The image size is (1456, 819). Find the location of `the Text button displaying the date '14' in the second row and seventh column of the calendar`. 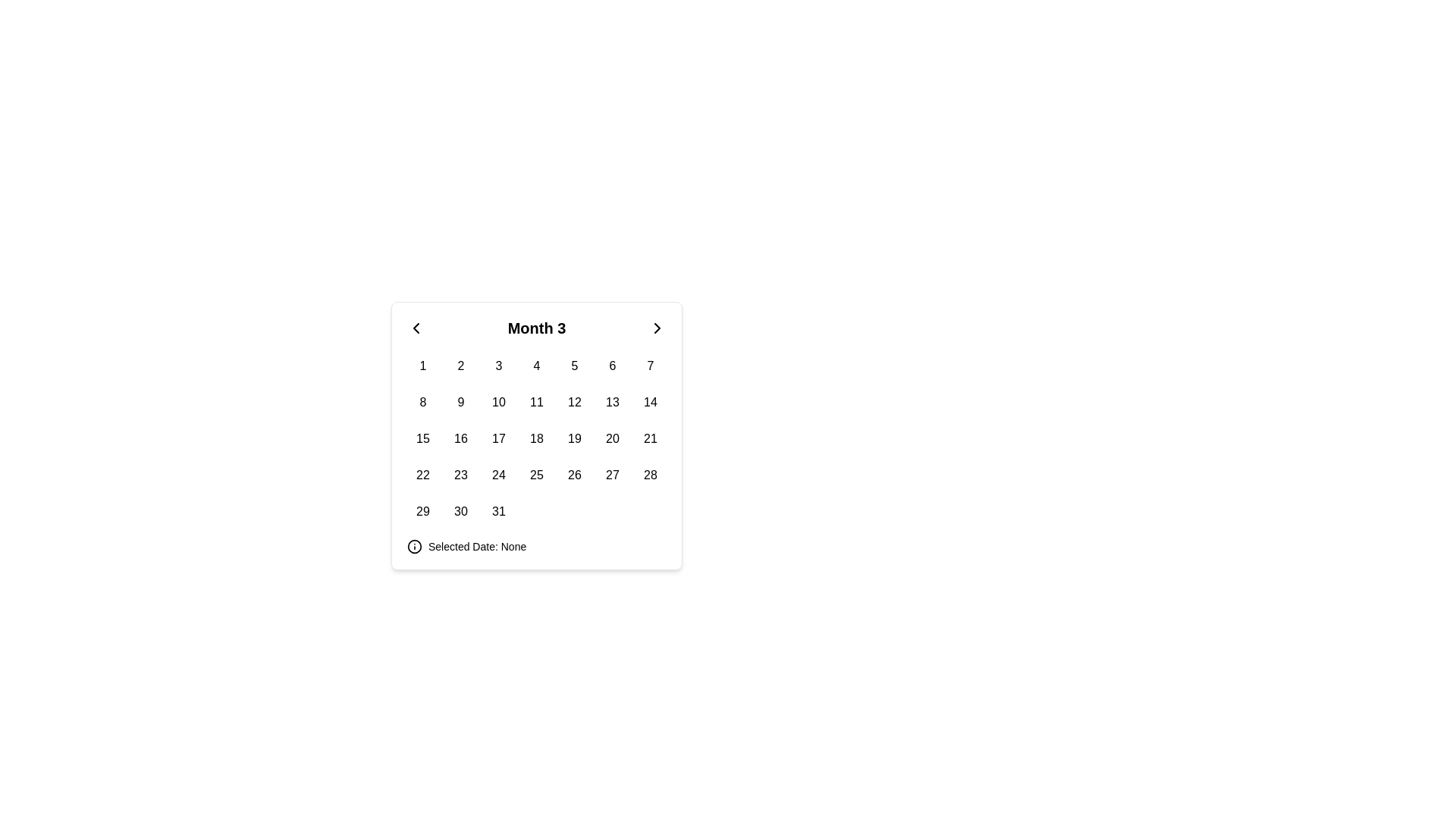

the Text button displaying the date '14' in the second row and seventh column of the calendar is located at coordinates (651, 402).